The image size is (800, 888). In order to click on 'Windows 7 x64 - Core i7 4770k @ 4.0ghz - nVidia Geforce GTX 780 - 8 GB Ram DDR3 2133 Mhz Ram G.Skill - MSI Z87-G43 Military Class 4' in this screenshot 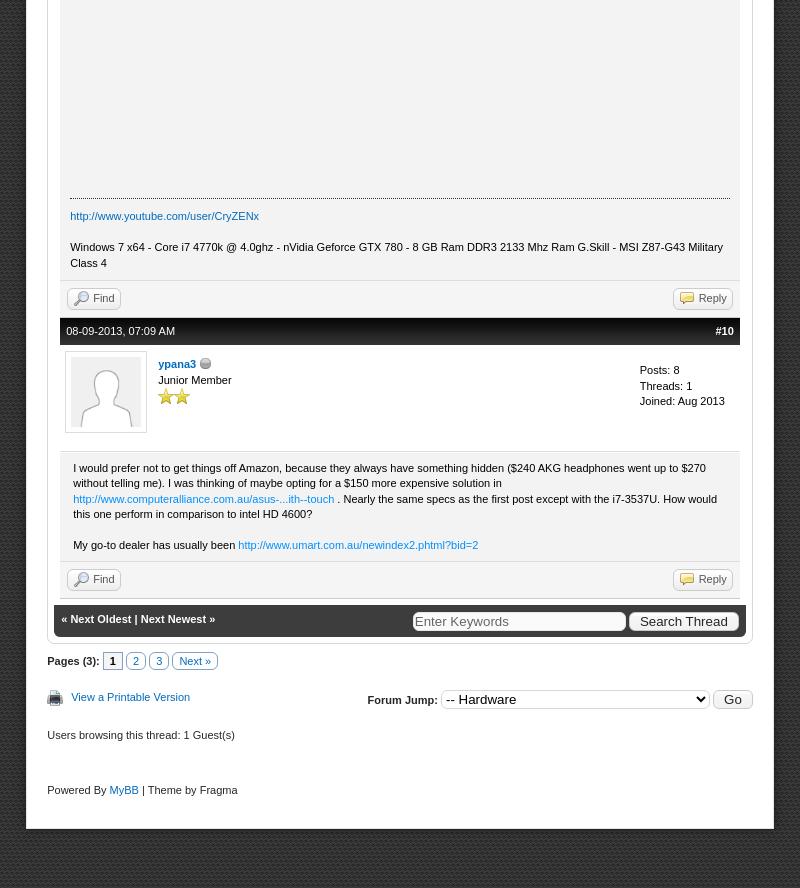, I will do `click(395, 254)`.